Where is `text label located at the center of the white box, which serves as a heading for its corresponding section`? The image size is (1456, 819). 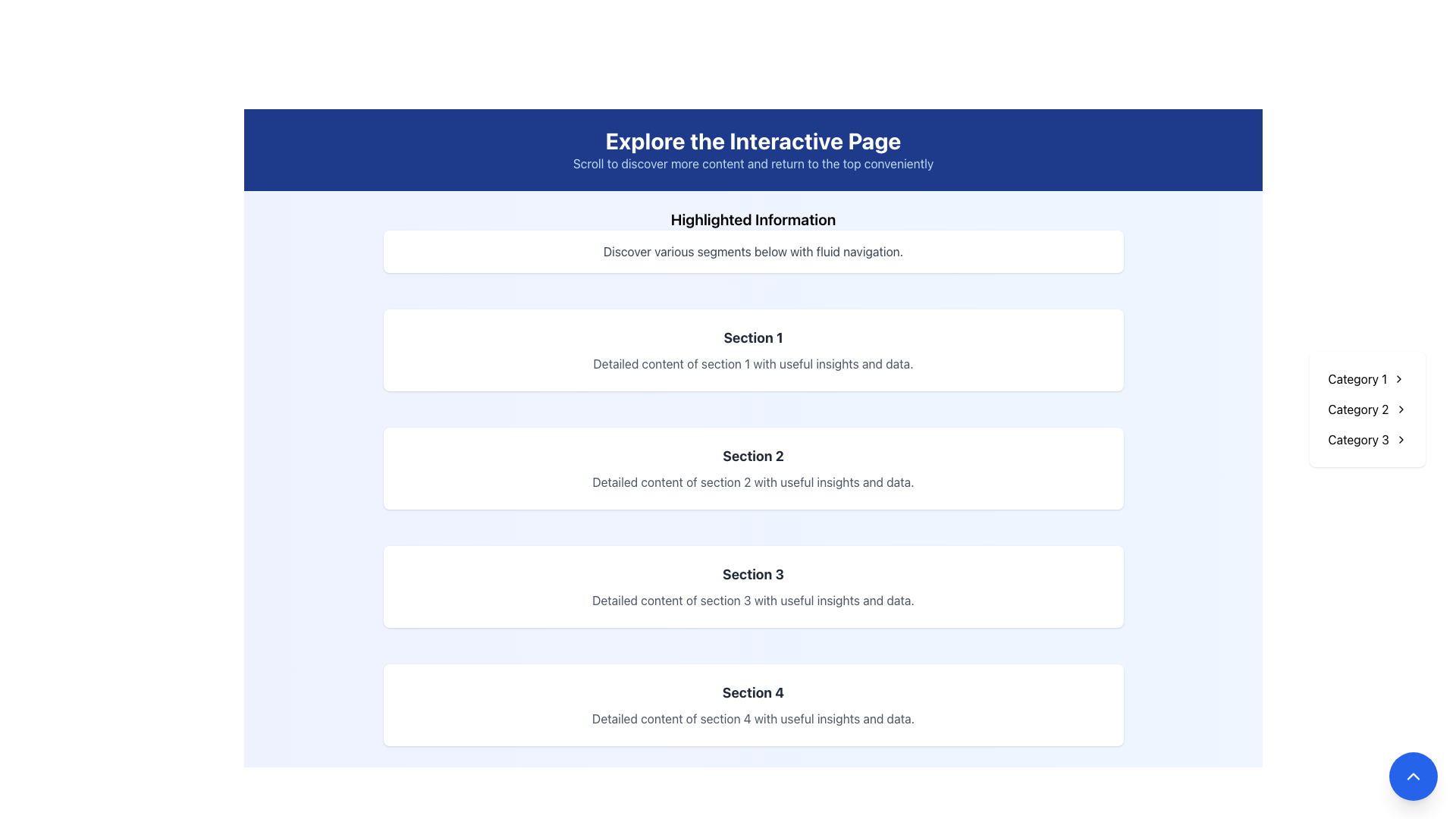 text label located at the center of the white box, which serves as a heading for its corresponding section is located at coordinates (753, 337).